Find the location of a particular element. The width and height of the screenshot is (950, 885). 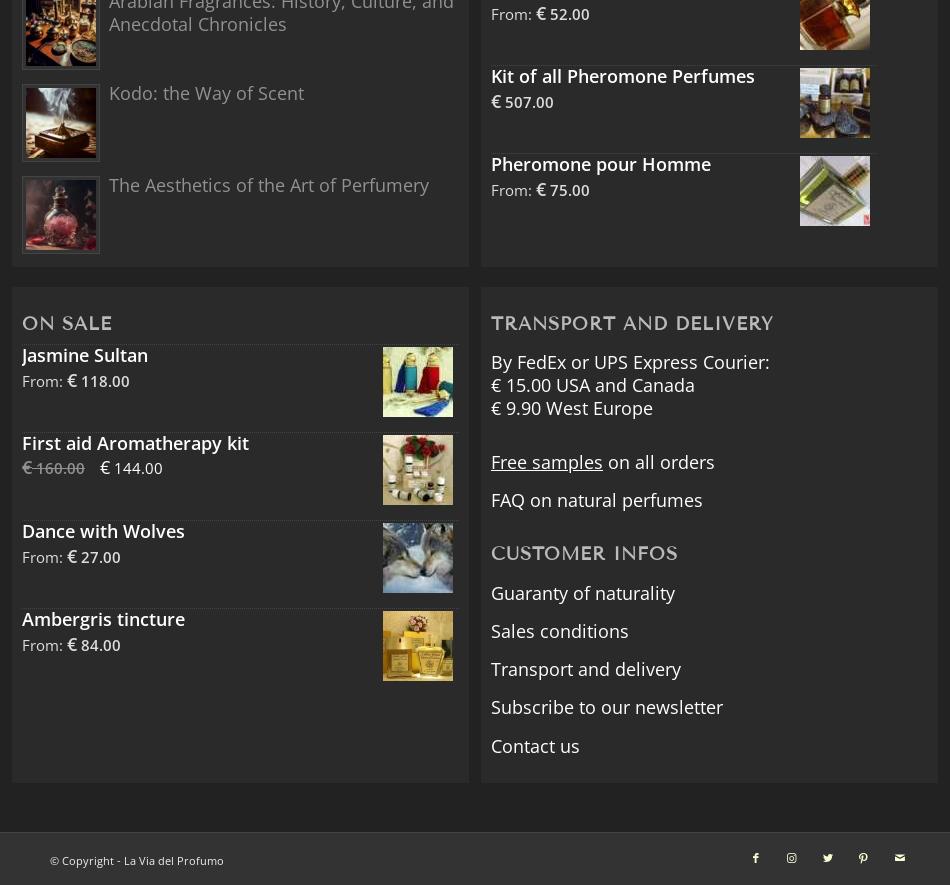

'© Copyright - La Via del Profumo' is located at coordinates (136, 858).